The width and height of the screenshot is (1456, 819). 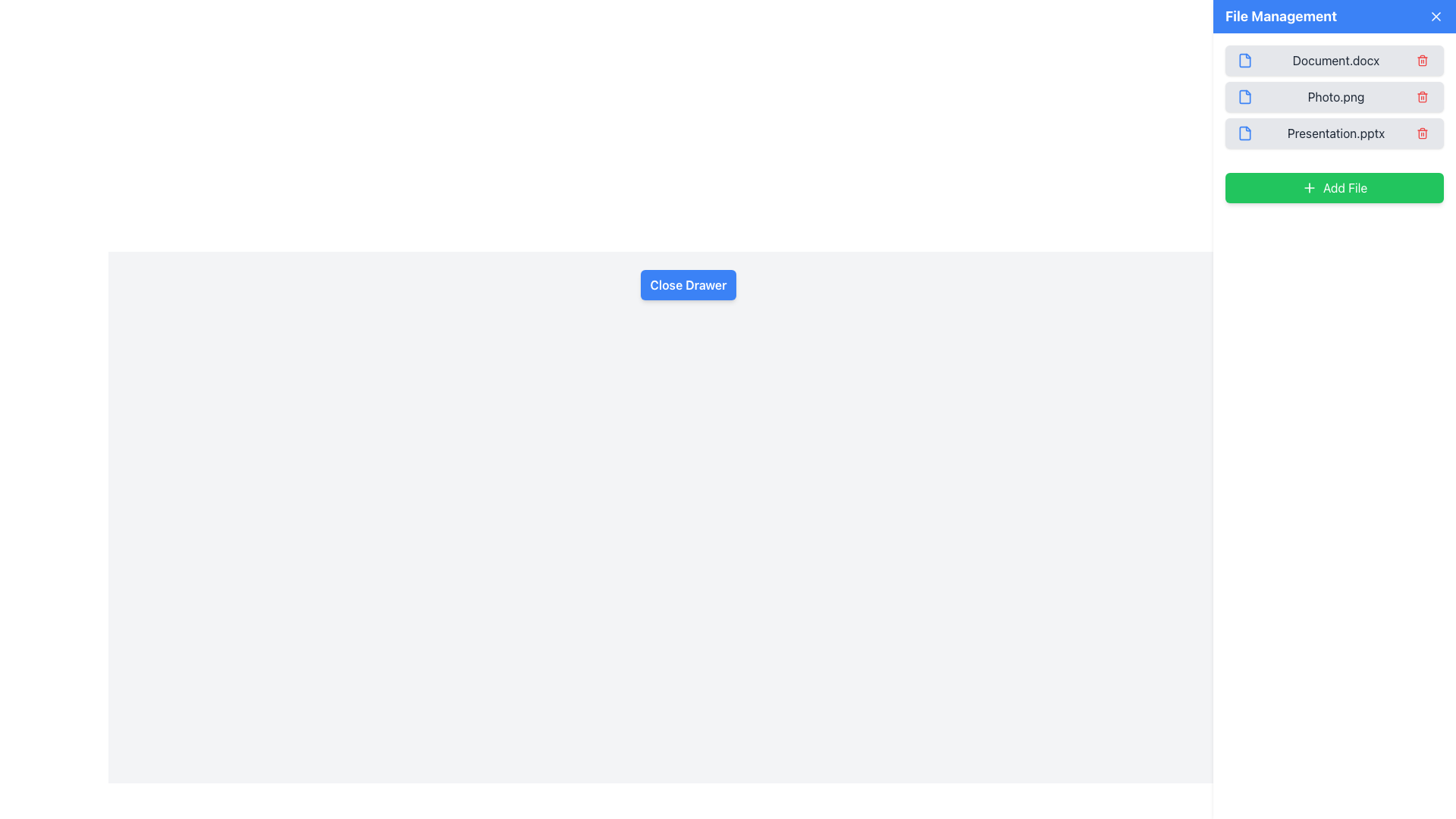 What do you see at coordinates (1422, 60) in the screenshot?
I see `the delete button located at the far right of the row for 'Document.docx' in the 'File Management' section` at bounding box center [1422, 60].